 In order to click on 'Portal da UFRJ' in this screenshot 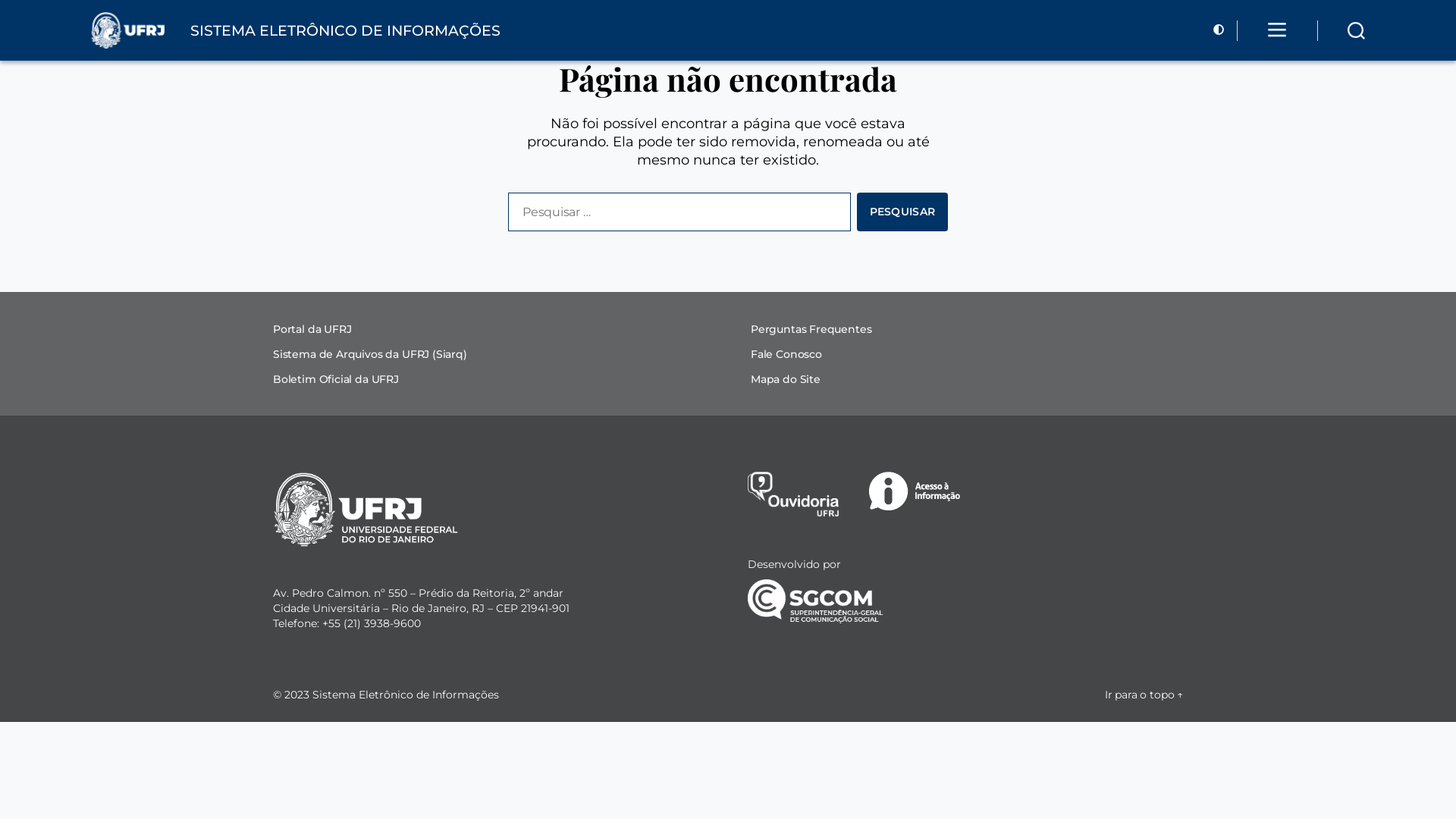, I will do `click(311, 328)`.